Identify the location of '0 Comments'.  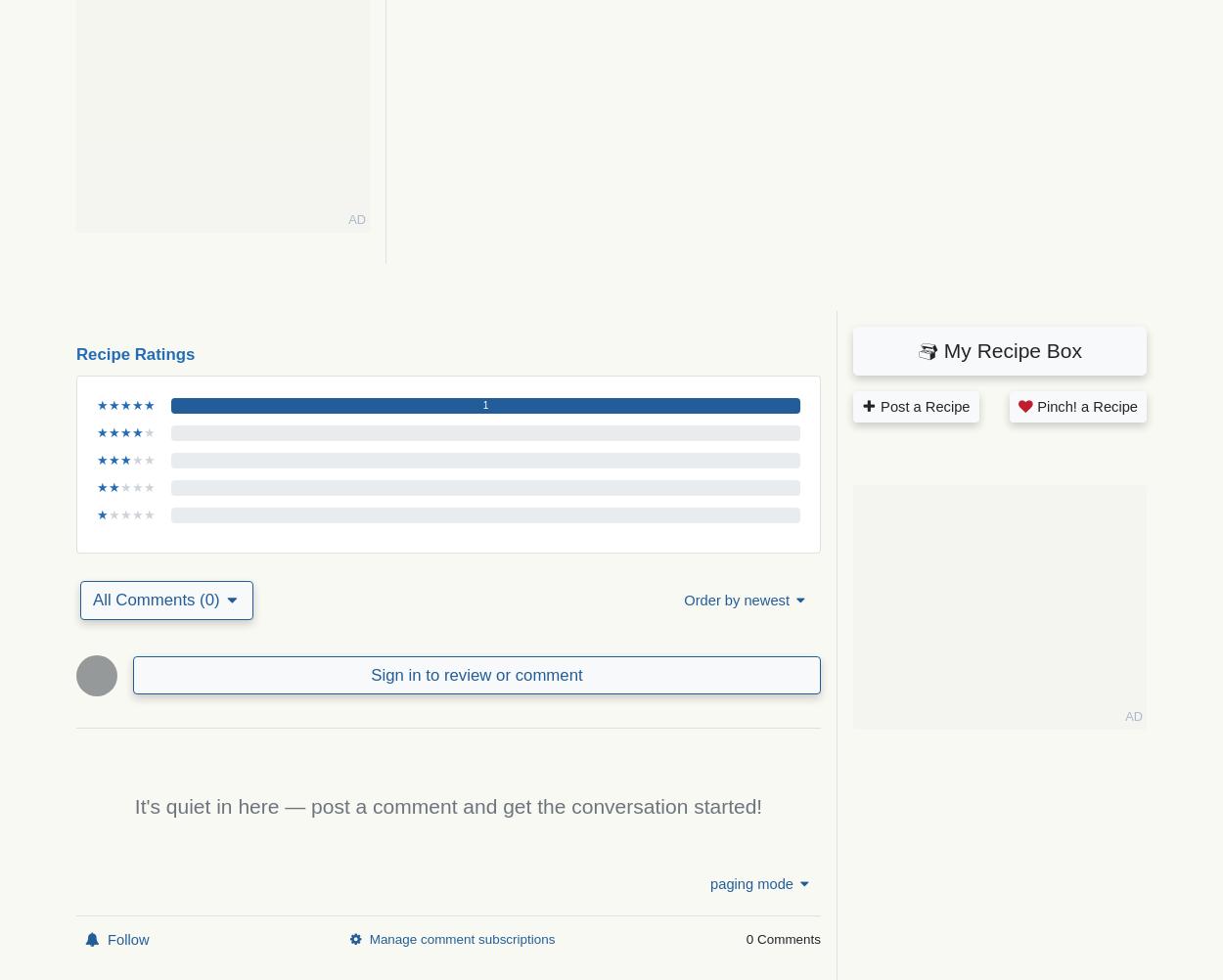
(783, 938).